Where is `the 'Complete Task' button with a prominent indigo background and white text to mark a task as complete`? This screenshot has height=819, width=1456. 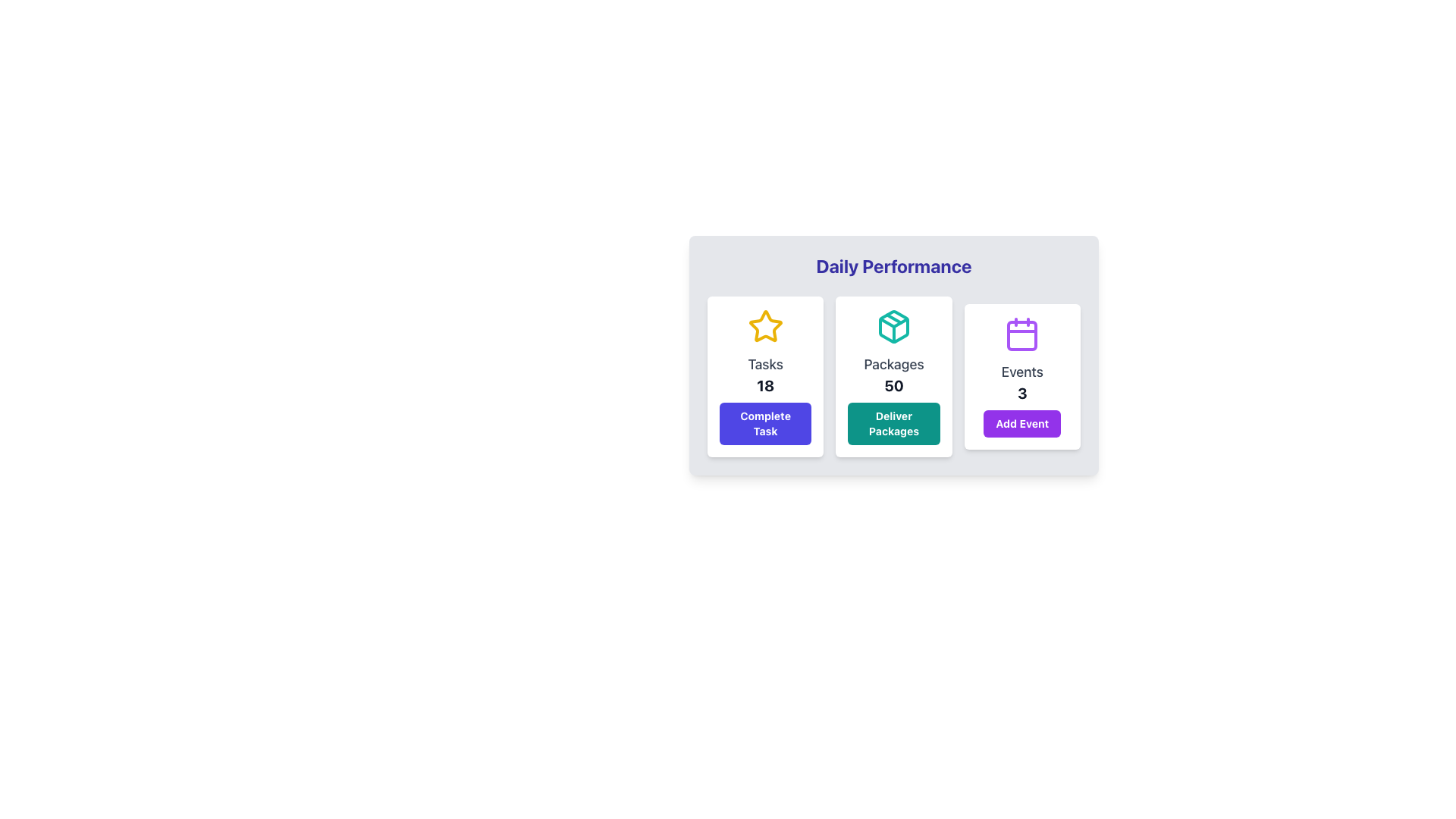
the 'Complete Task' button with a prominent indigo background and white text to mark a task as complete is located at coordinates (765, 424).